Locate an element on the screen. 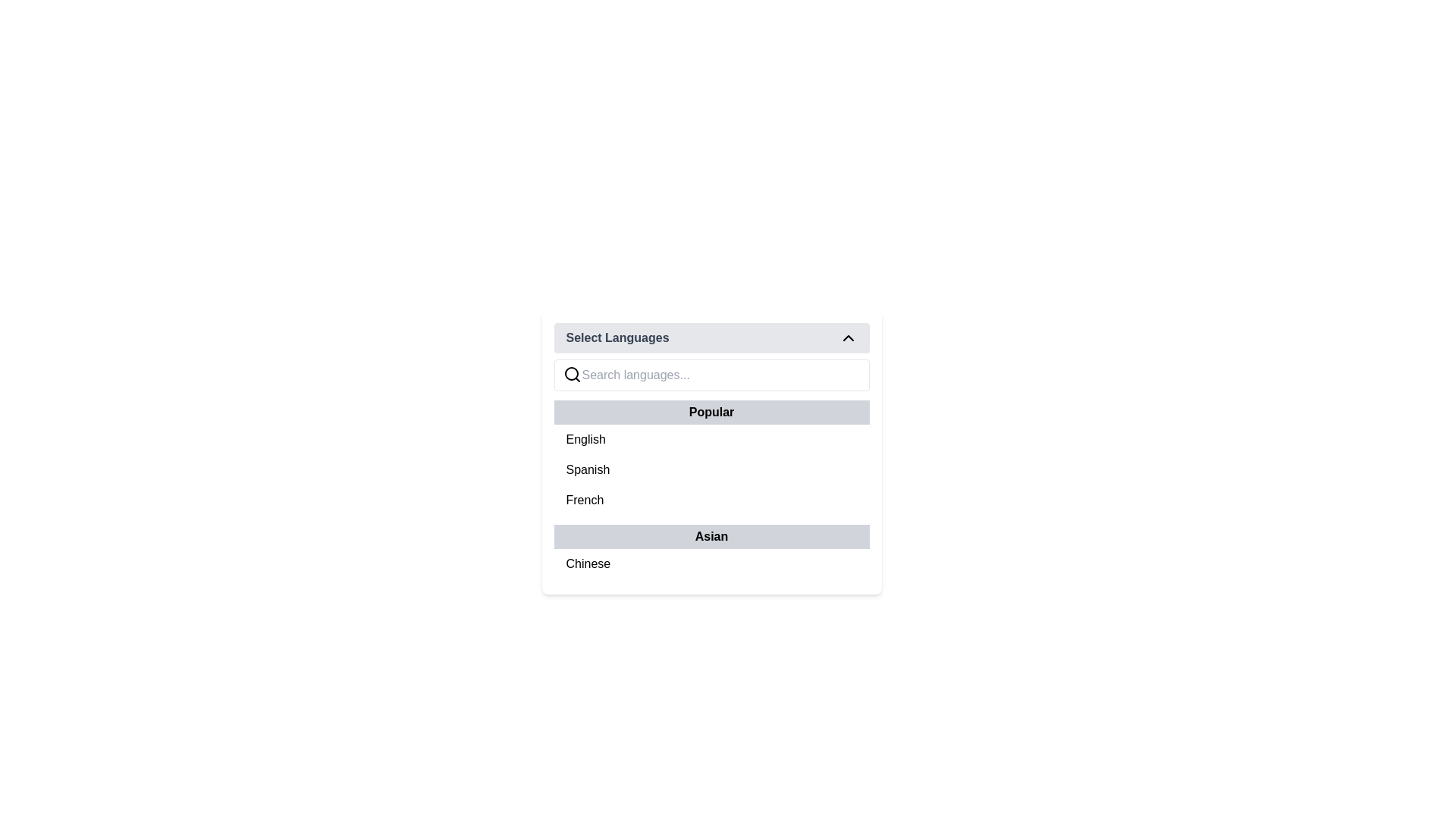 The width and height of the screenshot is (1456, 819). the 'Spanish' option in the dropdown language menu is located at coordinates (587, 469).